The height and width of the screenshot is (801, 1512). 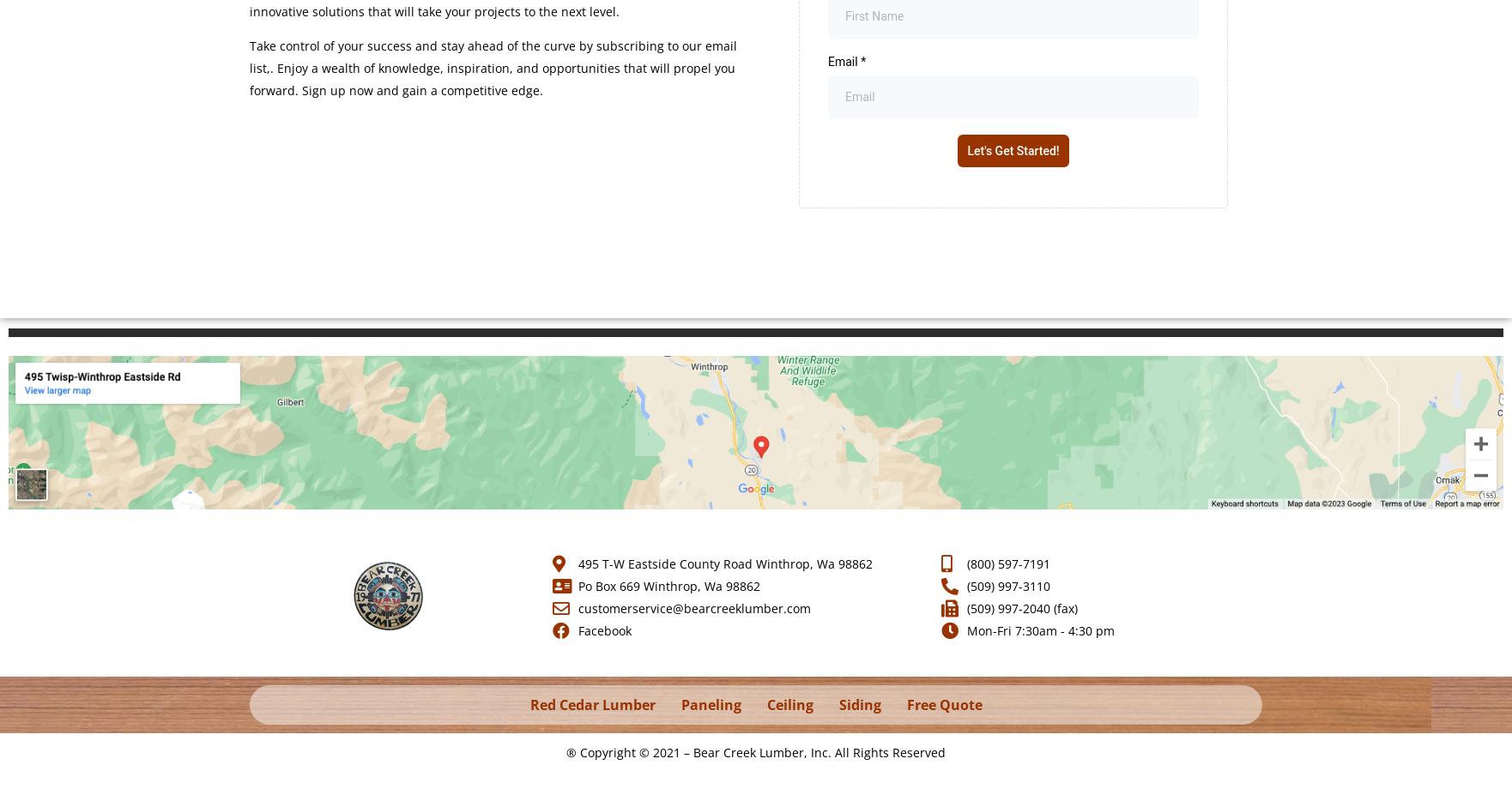 I want to click on 'Paneling', so click(x=680, y=703).